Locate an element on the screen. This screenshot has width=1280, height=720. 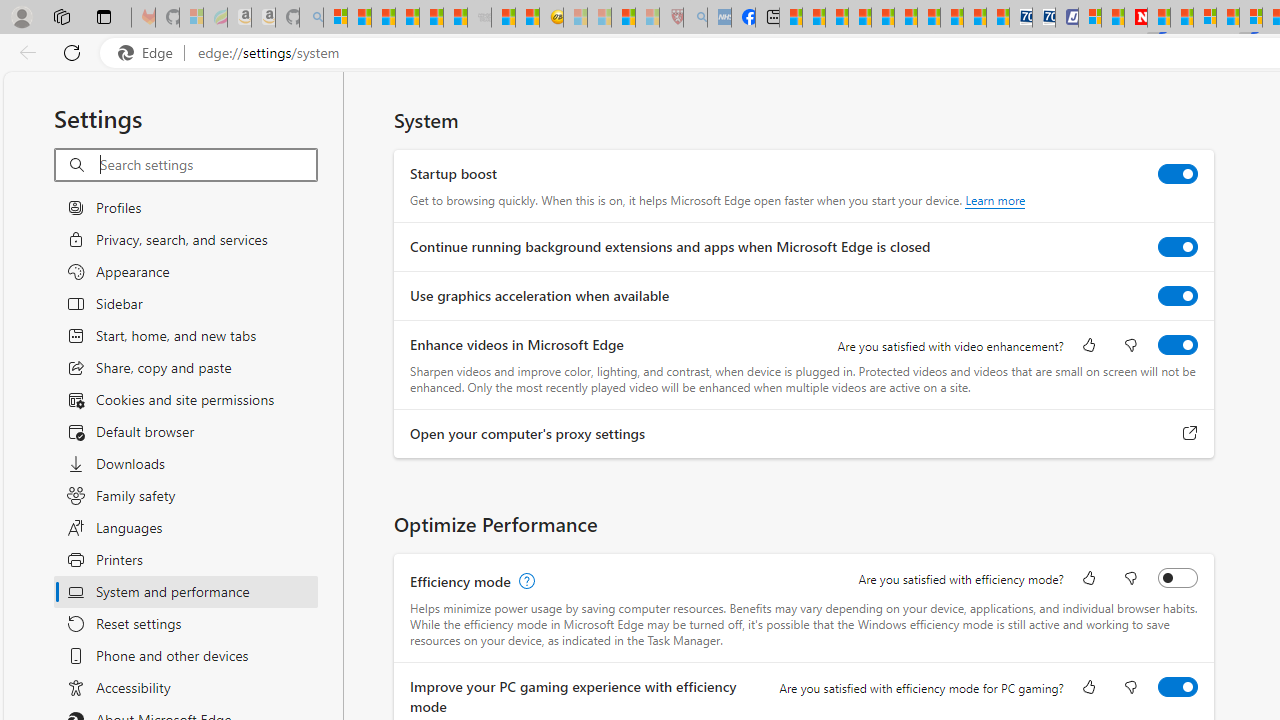
'14 Common Myths Debunked By Scientific Facts' is located at coordinates (1182, 17).